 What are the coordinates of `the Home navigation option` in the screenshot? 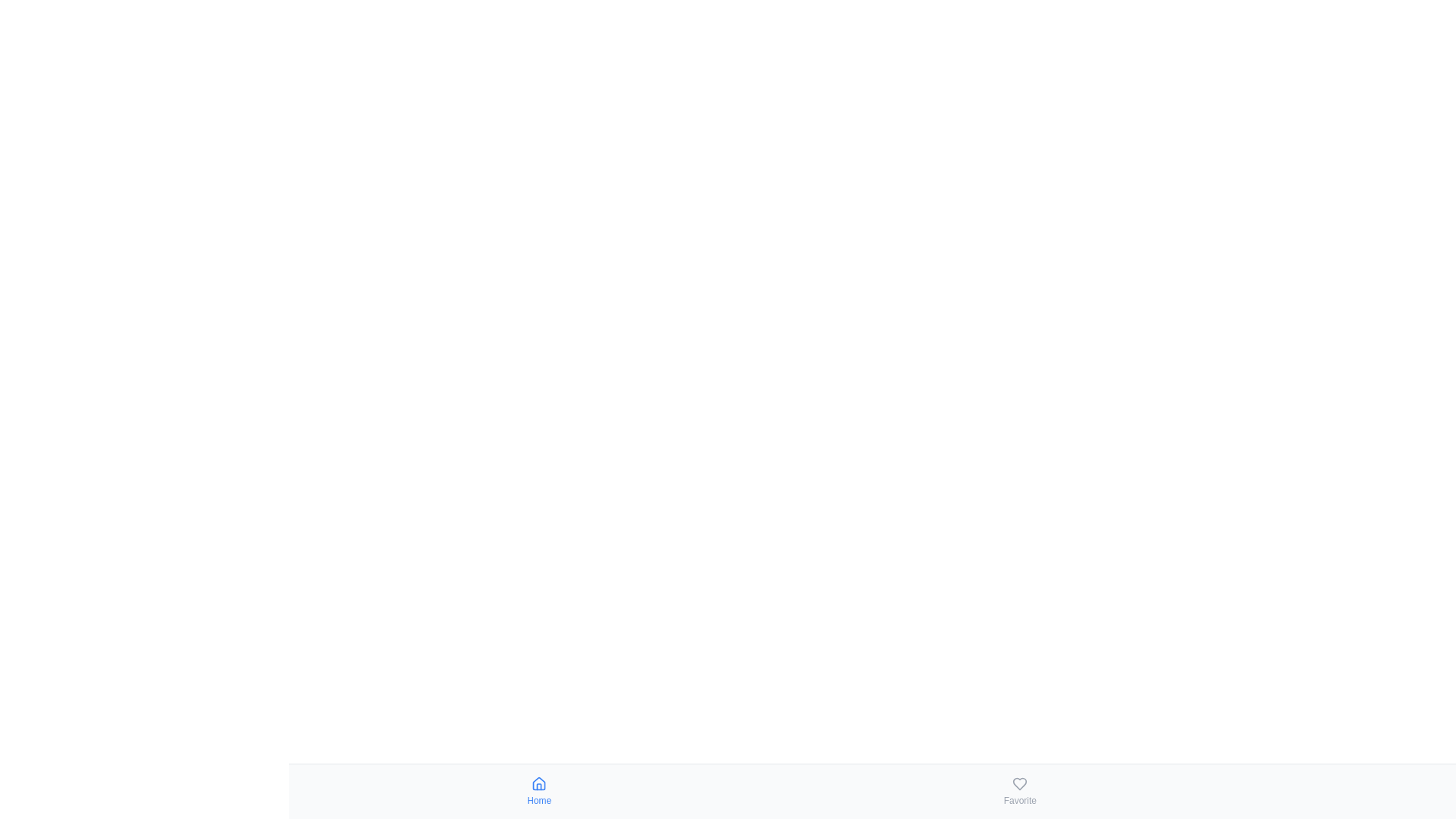 It's located at (538, 791).